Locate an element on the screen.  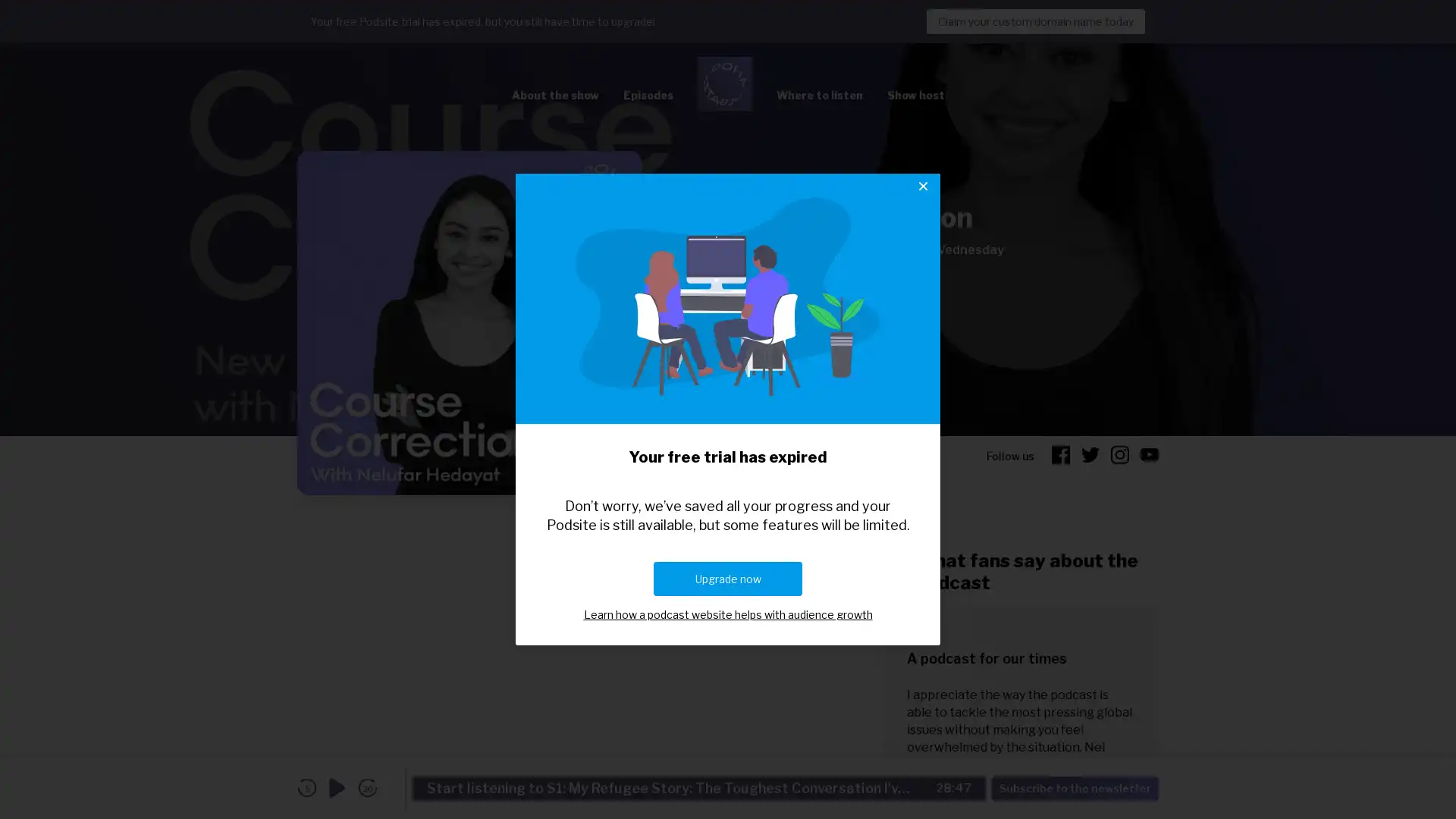
play audio is located at coordinates (337, 787).